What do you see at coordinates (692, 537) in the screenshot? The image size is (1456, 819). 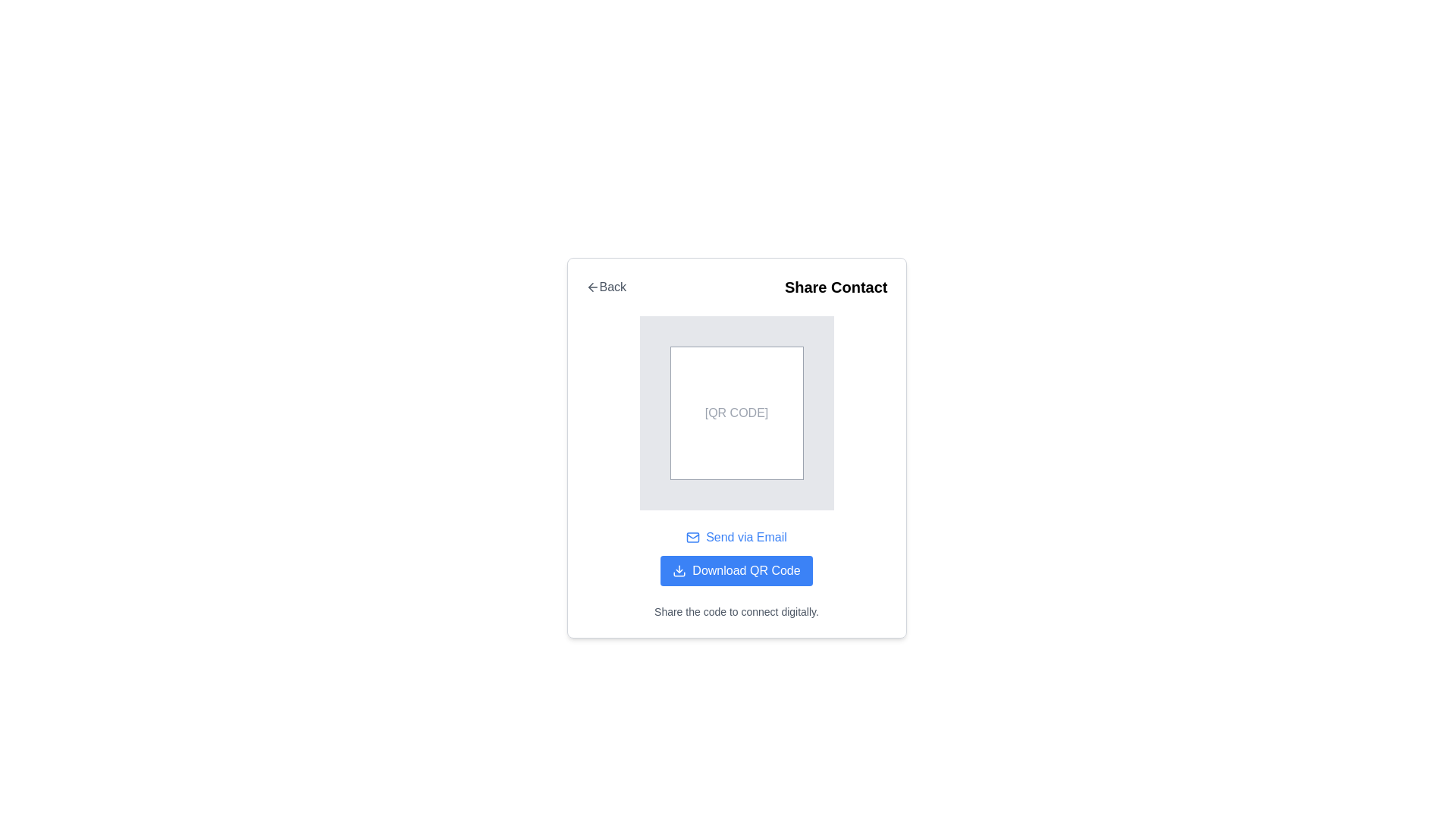 I see `the email icon located to the left of the 'Send via Email' text` at bounding box center [692, 537].